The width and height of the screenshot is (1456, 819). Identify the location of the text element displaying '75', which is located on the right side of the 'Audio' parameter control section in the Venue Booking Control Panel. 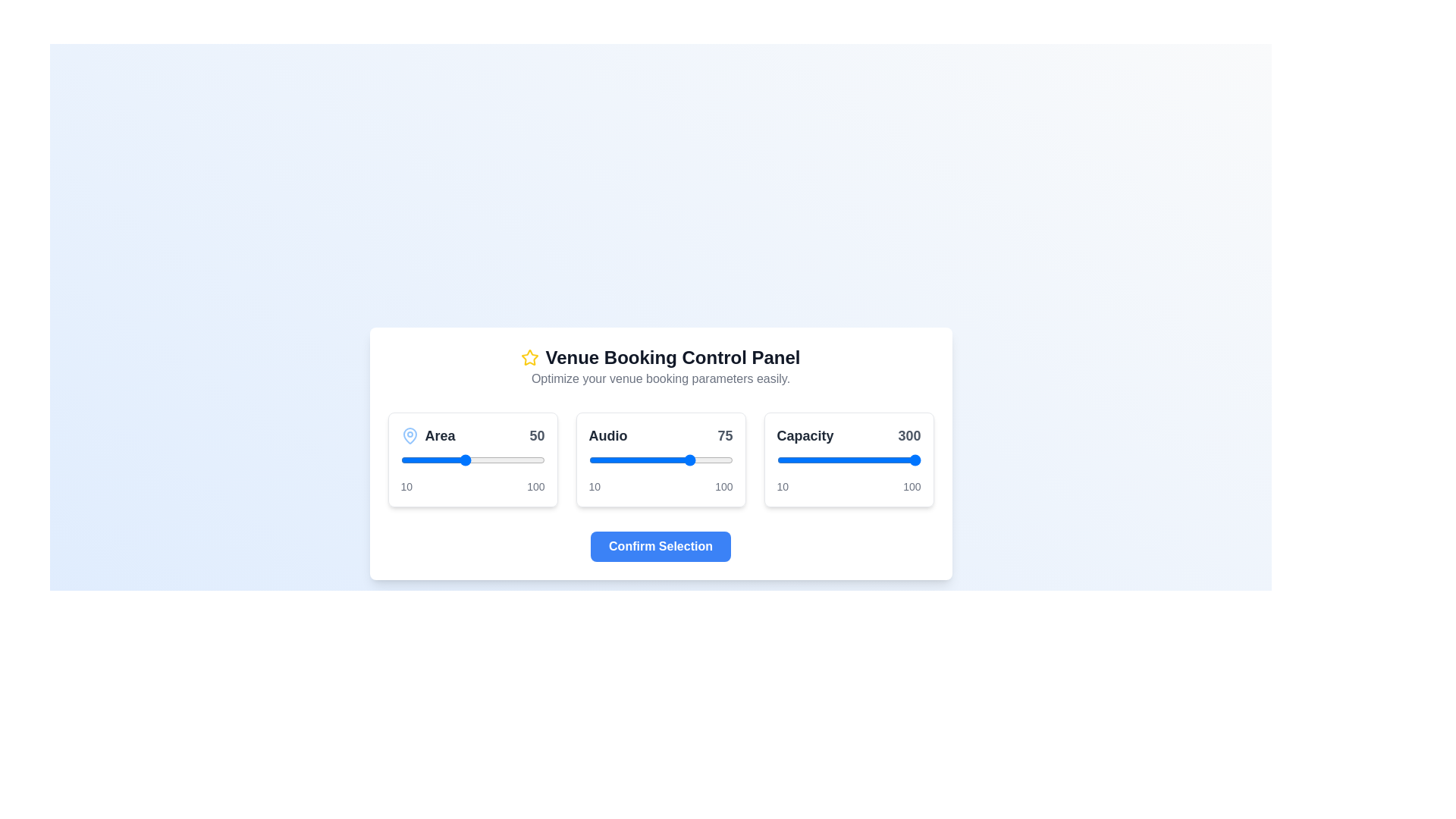
(724, 435).